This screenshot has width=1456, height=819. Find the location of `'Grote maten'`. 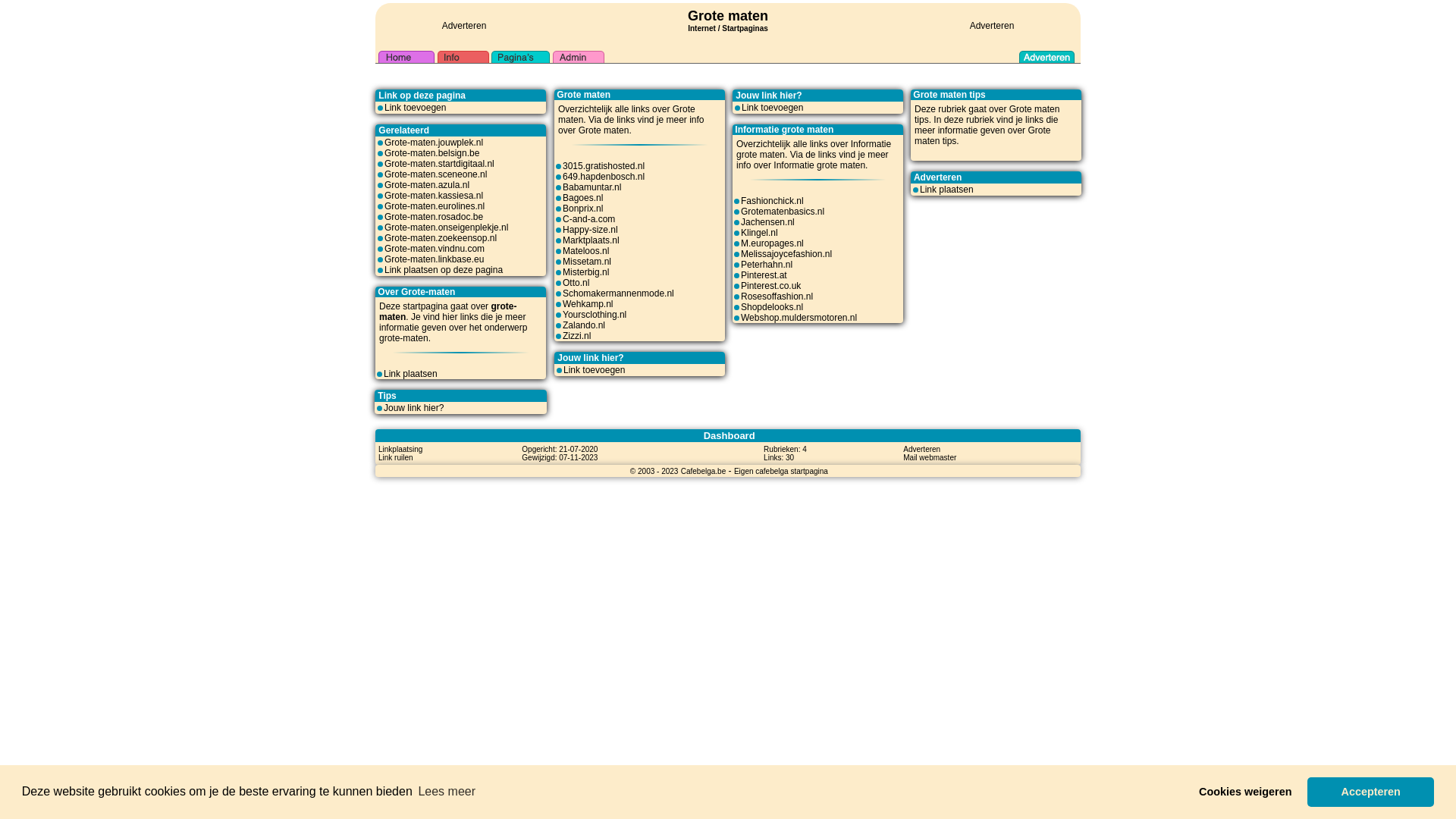

'Grote maten' is located at coordinates (982, 134).